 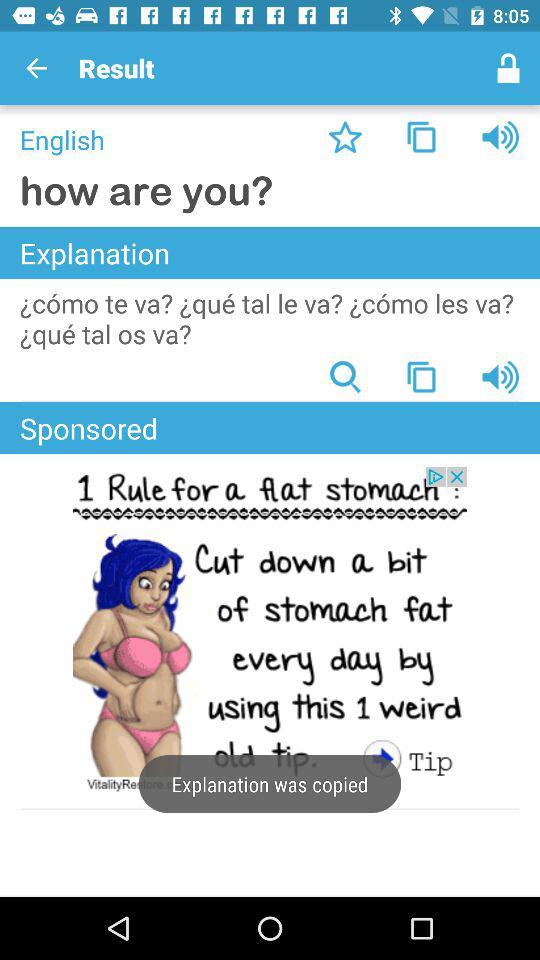 What do you see at coordinates (36, 68) in the screenshot?
I see `the icon to the left of result app` at bounding box center [36, 68].